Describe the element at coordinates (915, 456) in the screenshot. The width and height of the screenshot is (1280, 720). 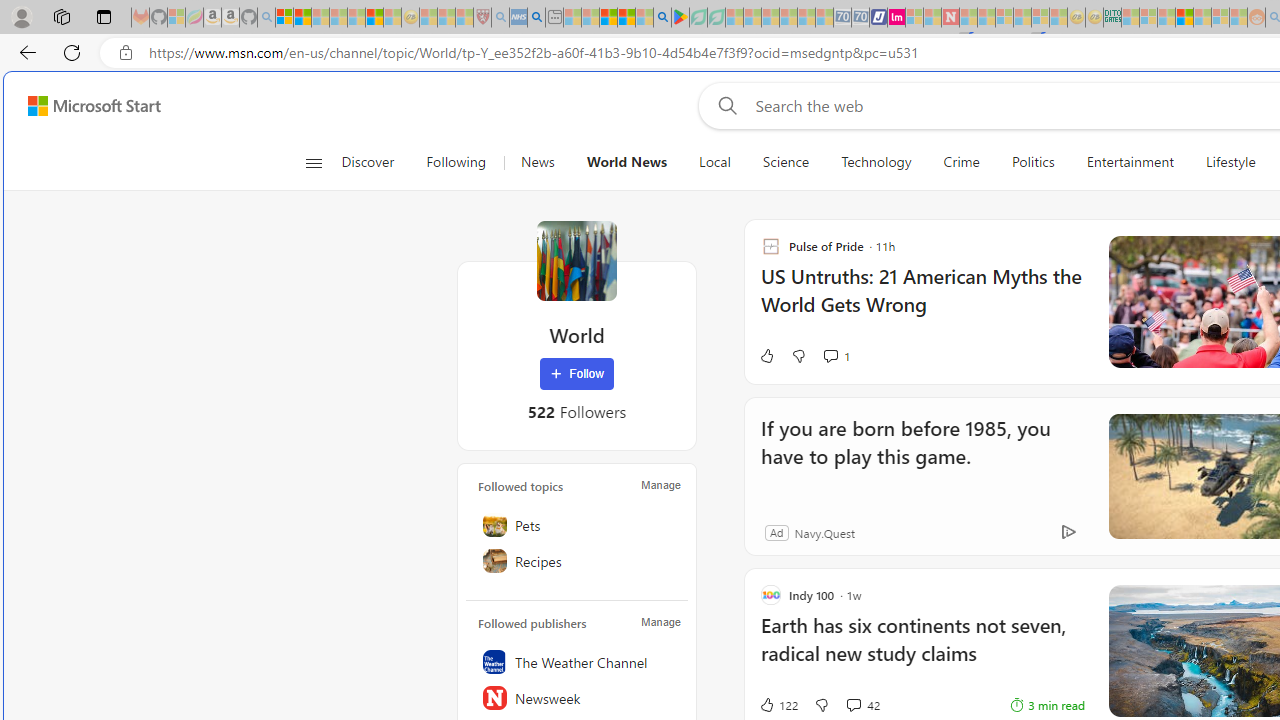
I see `'If you are born before 1985, you have to play this game.'` at that location.